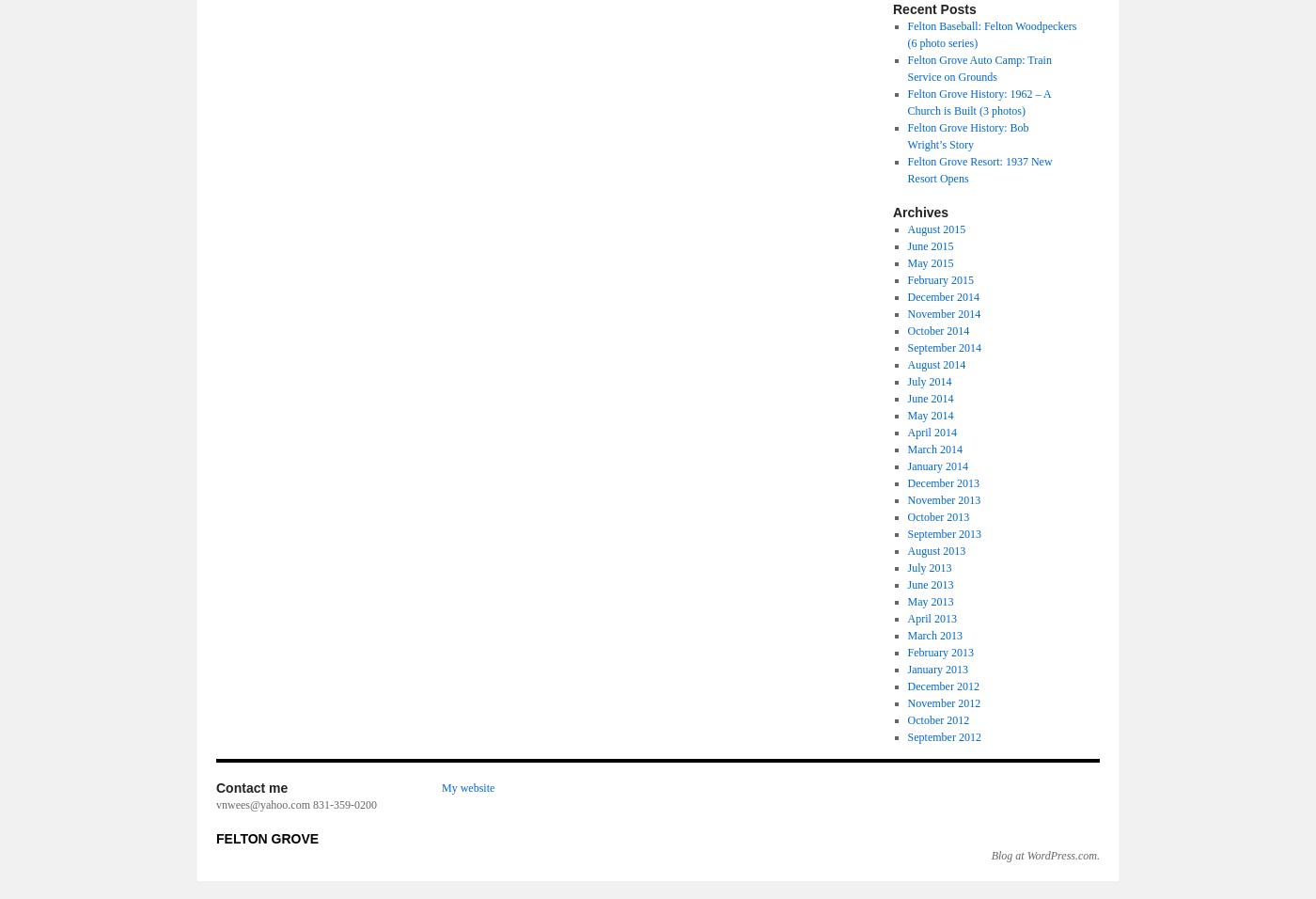 This screenshot has width=1316, height=899. I want to click on 'Felton Baseball: Felton Woodpeckers (6 photo series)', so click(992, 33).